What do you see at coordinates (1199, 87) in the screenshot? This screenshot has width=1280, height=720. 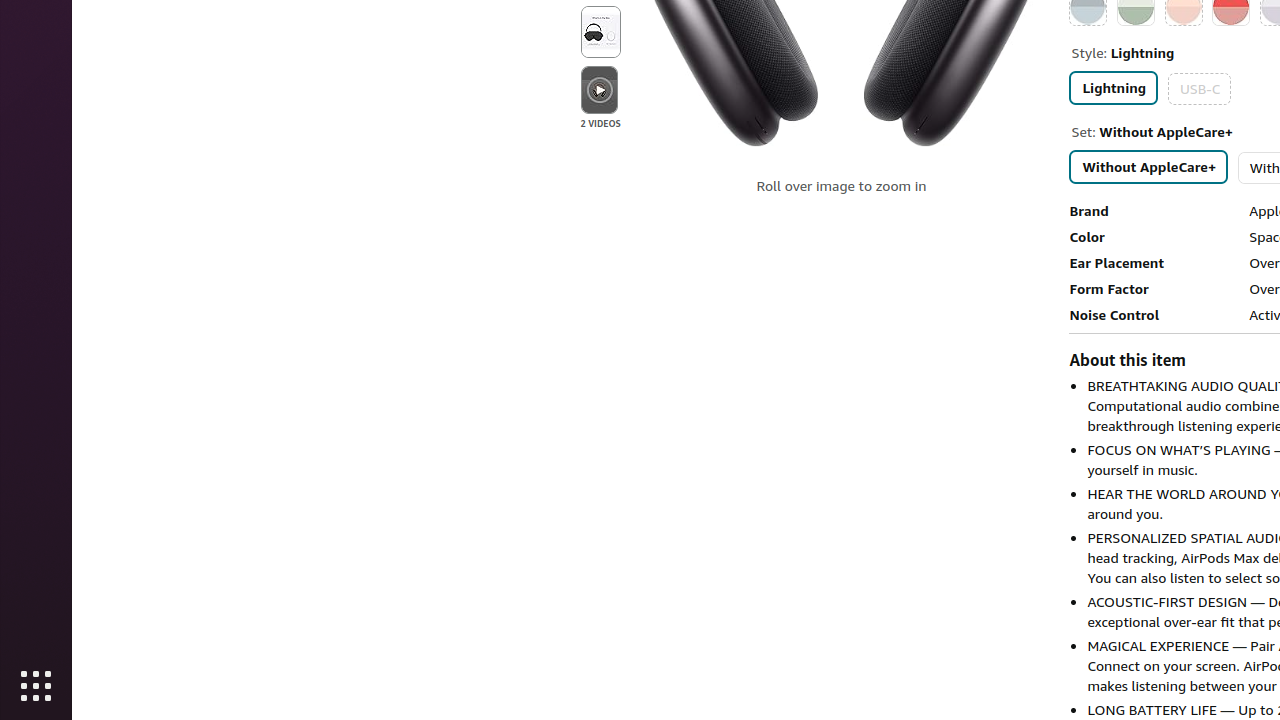 I see `'USB-C'` at bounding box center [1199, 87].